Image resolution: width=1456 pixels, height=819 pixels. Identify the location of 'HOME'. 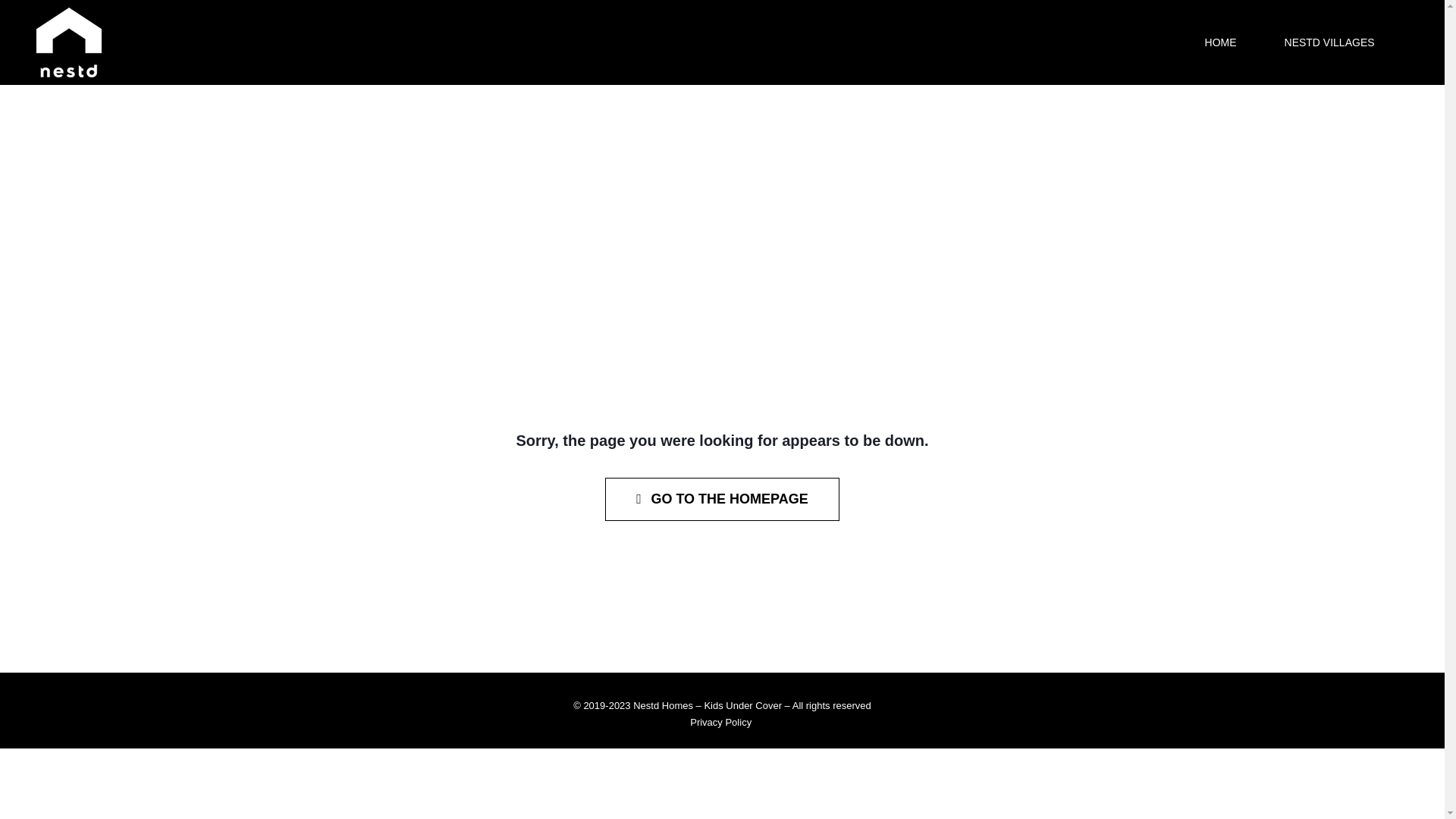
(1220, 42).